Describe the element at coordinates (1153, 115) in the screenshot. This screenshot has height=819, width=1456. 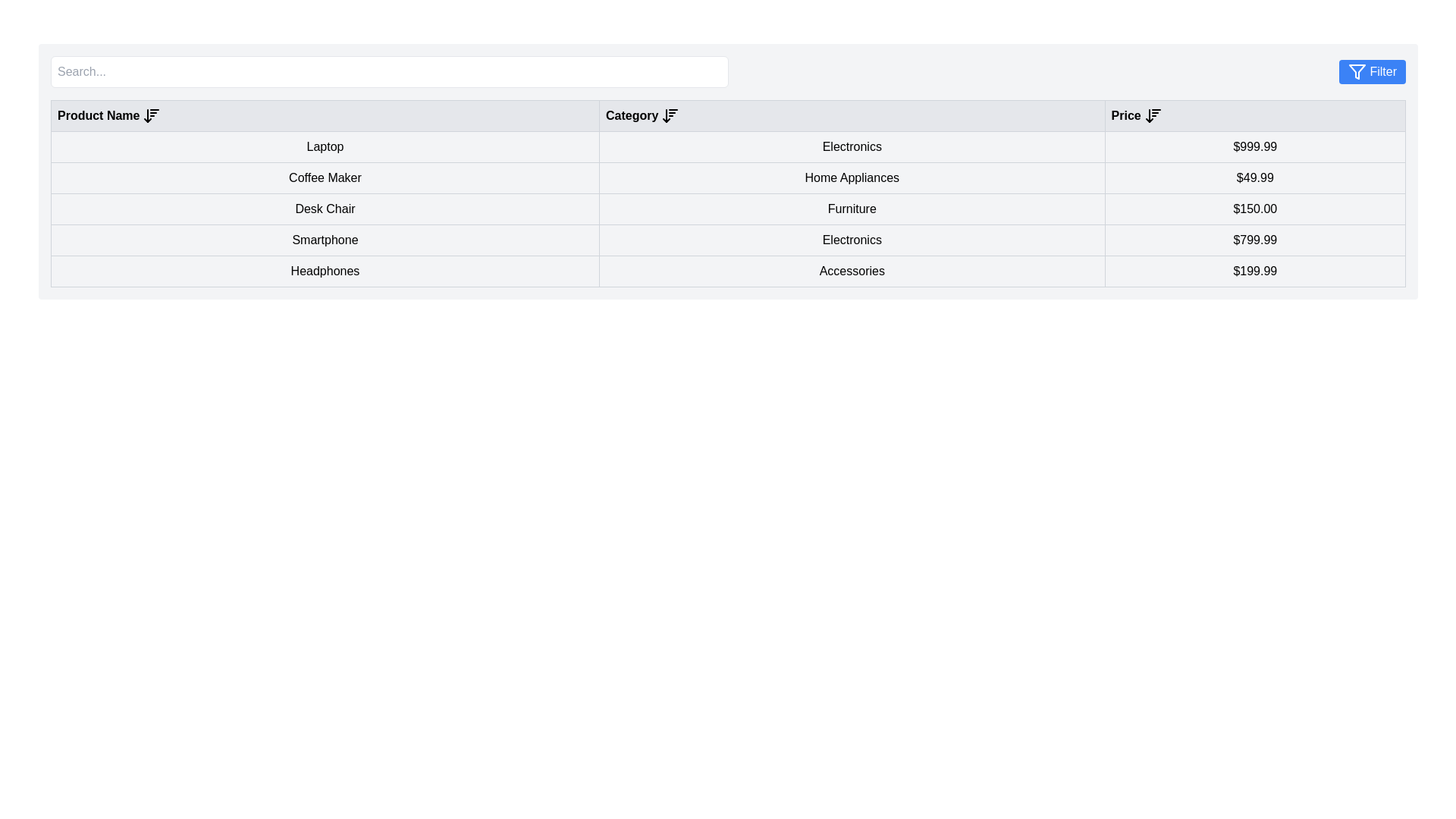
I see `the downward arrow icon next to the 'Price' column header` at that location.